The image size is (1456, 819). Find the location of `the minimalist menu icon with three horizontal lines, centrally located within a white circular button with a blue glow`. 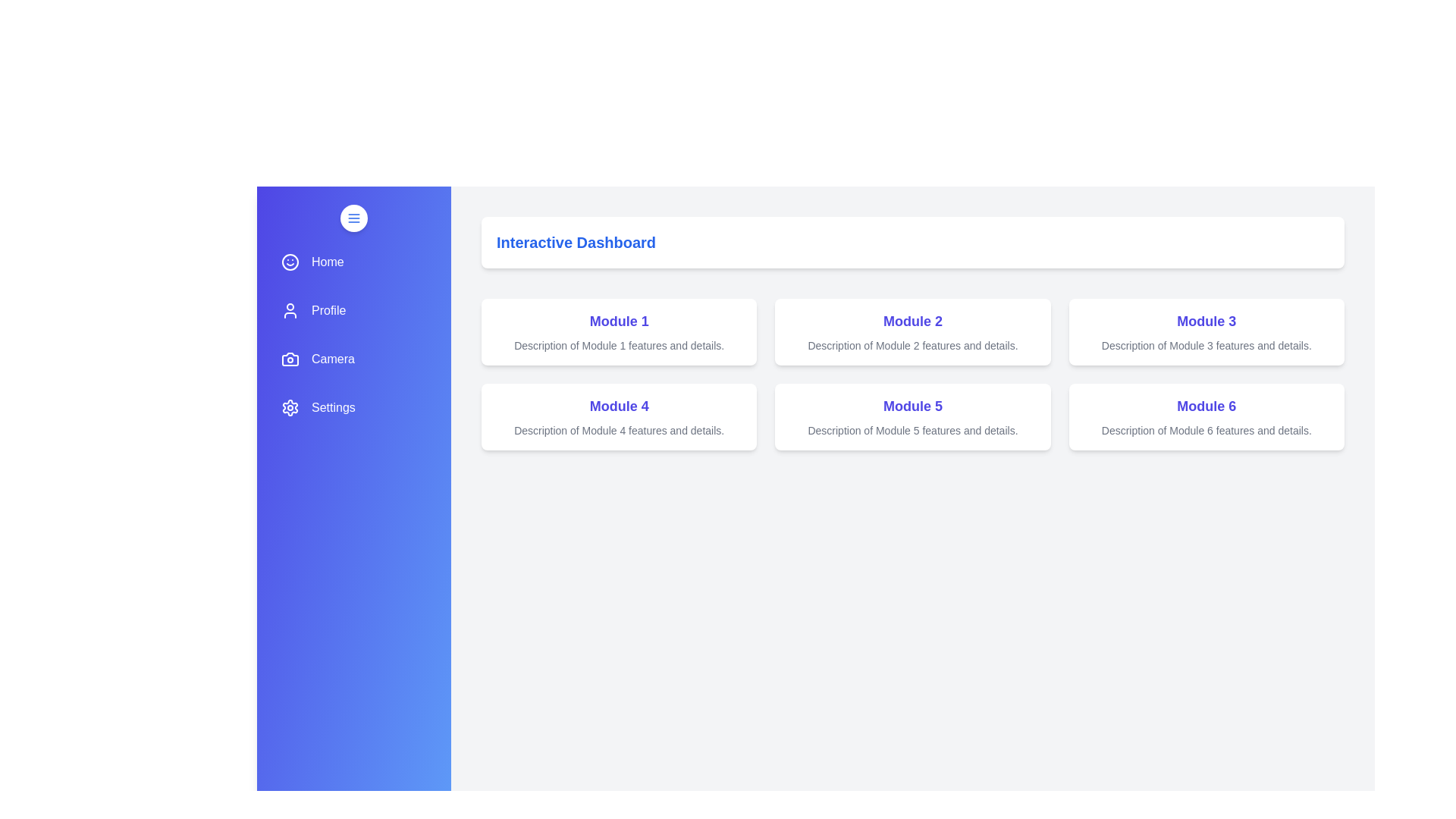

the minimalist menu icon with three horizontal lines, centrally located within a white circular button with a blue glow is located at coordinates (353, 218).